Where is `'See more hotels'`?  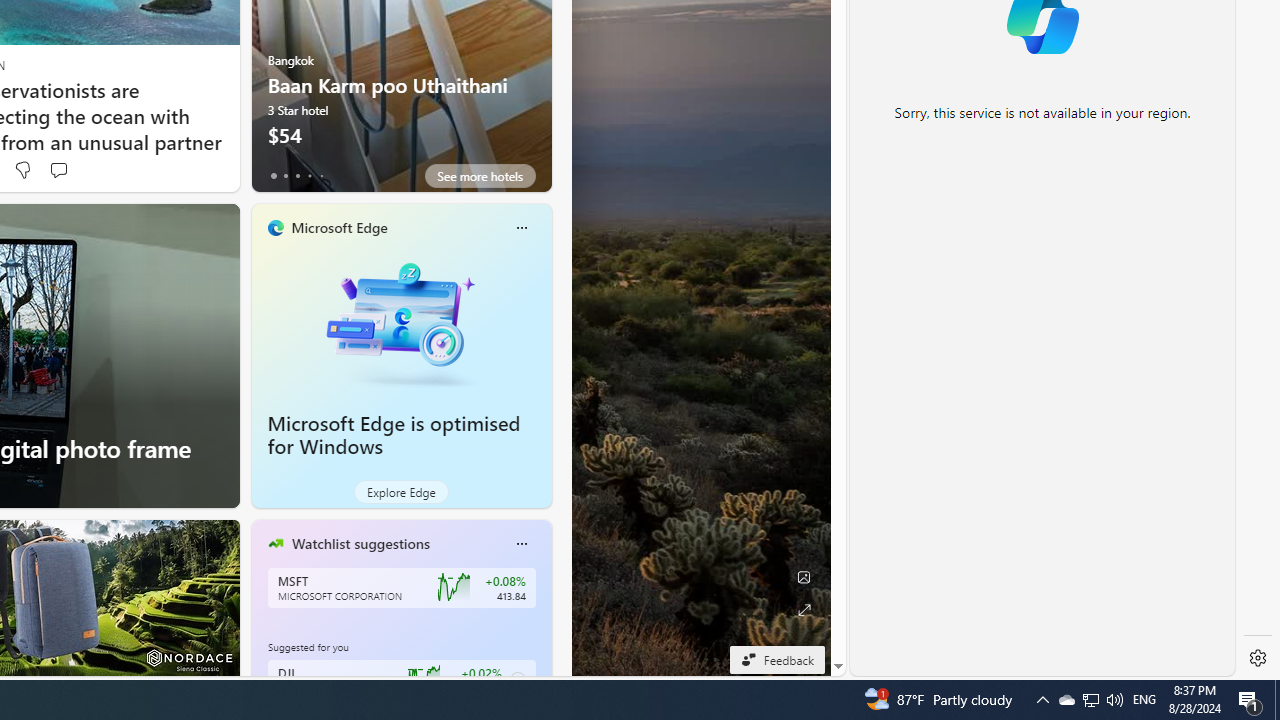
'See more hotels' is located at coordinates (480, 175).